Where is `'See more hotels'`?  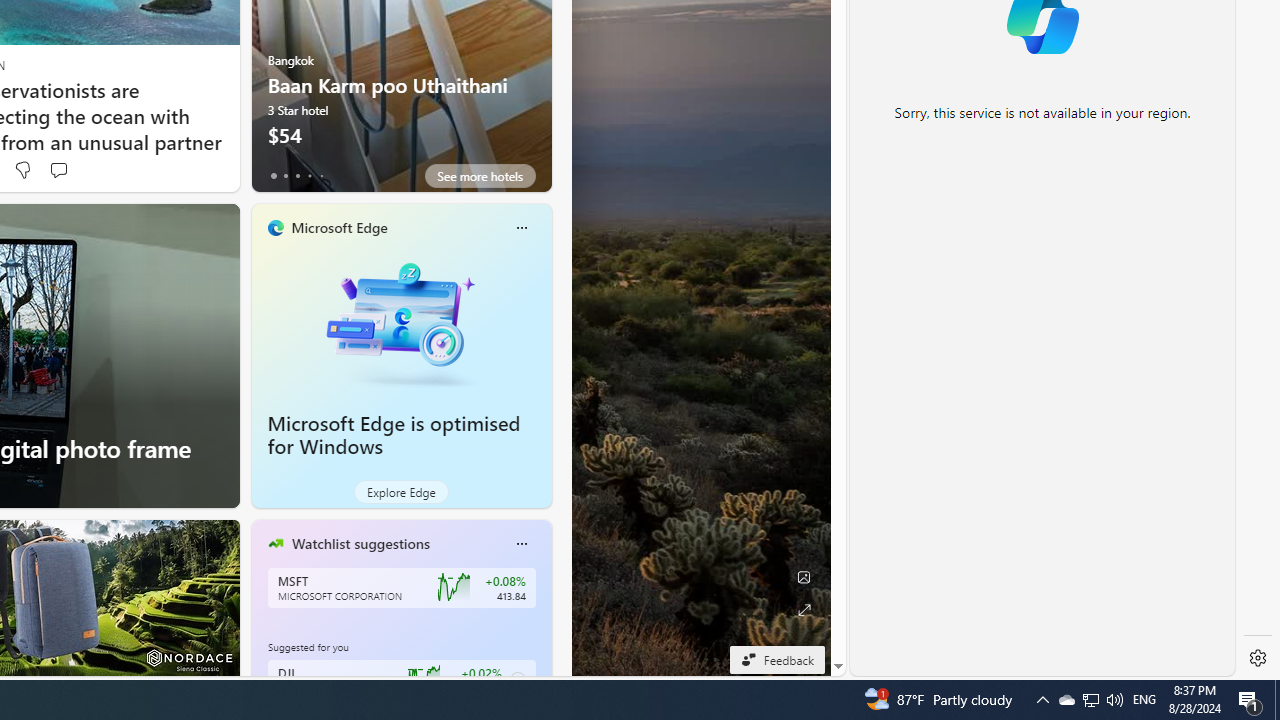
'See more hotels' is located at coordinates (480, 175).